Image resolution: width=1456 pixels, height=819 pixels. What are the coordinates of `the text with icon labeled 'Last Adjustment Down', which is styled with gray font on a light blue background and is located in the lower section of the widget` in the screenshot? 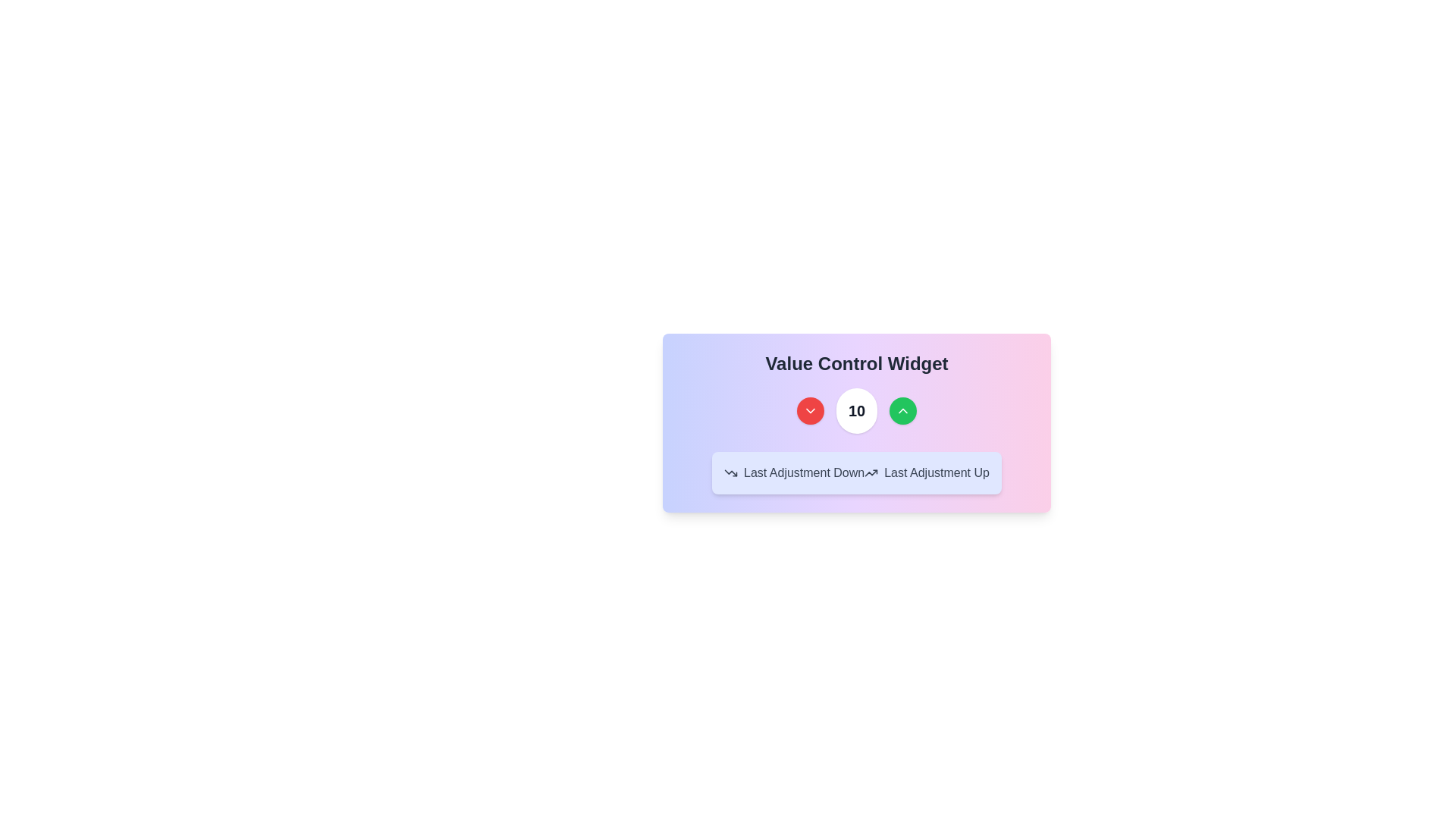 It's located at (793, 472).